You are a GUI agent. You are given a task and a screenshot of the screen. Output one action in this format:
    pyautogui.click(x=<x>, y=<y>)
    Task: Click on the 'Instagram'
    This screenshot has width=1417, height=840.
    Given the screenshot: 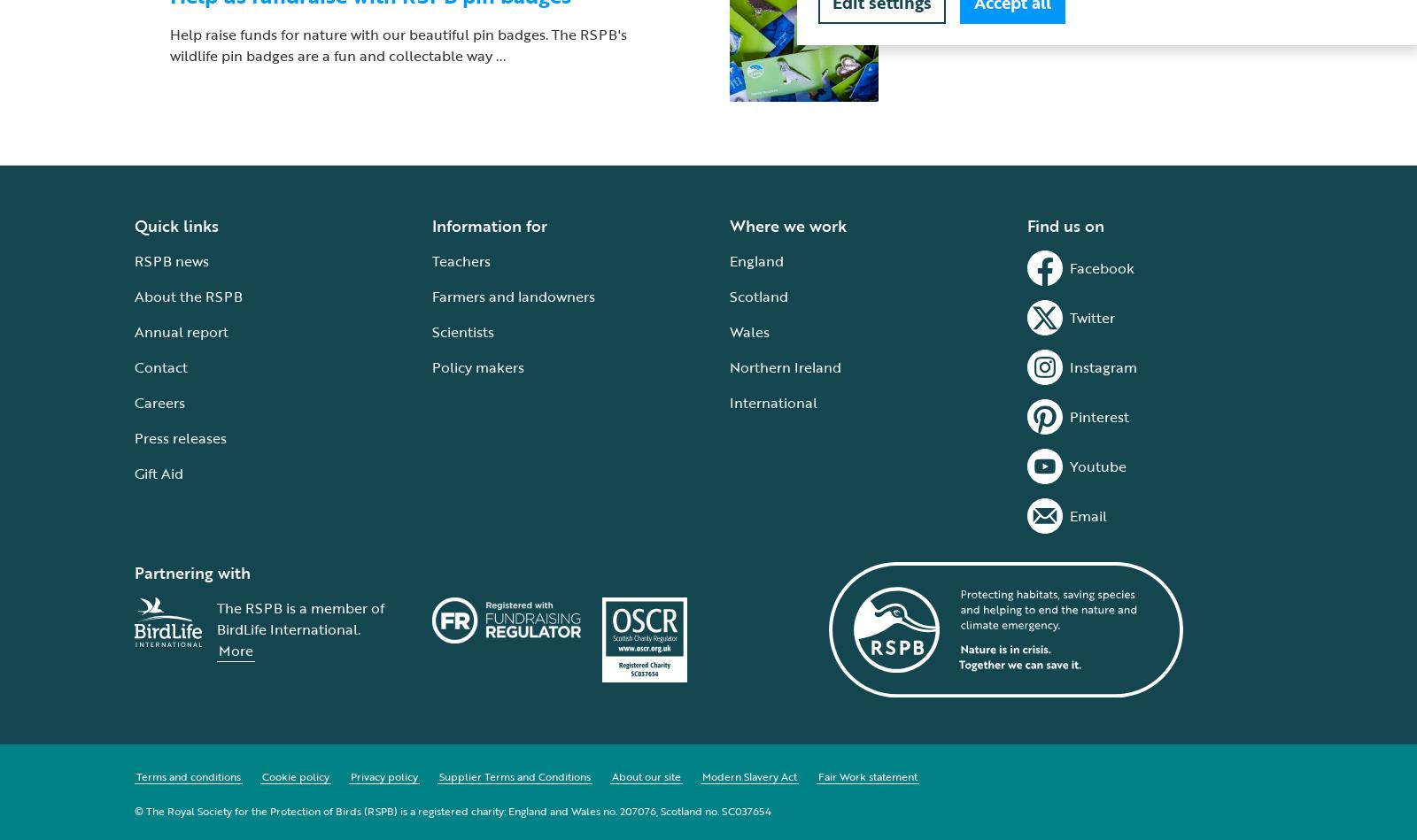 What is the action you would take?
    pyautogui.click(x=1103, y=366)
    